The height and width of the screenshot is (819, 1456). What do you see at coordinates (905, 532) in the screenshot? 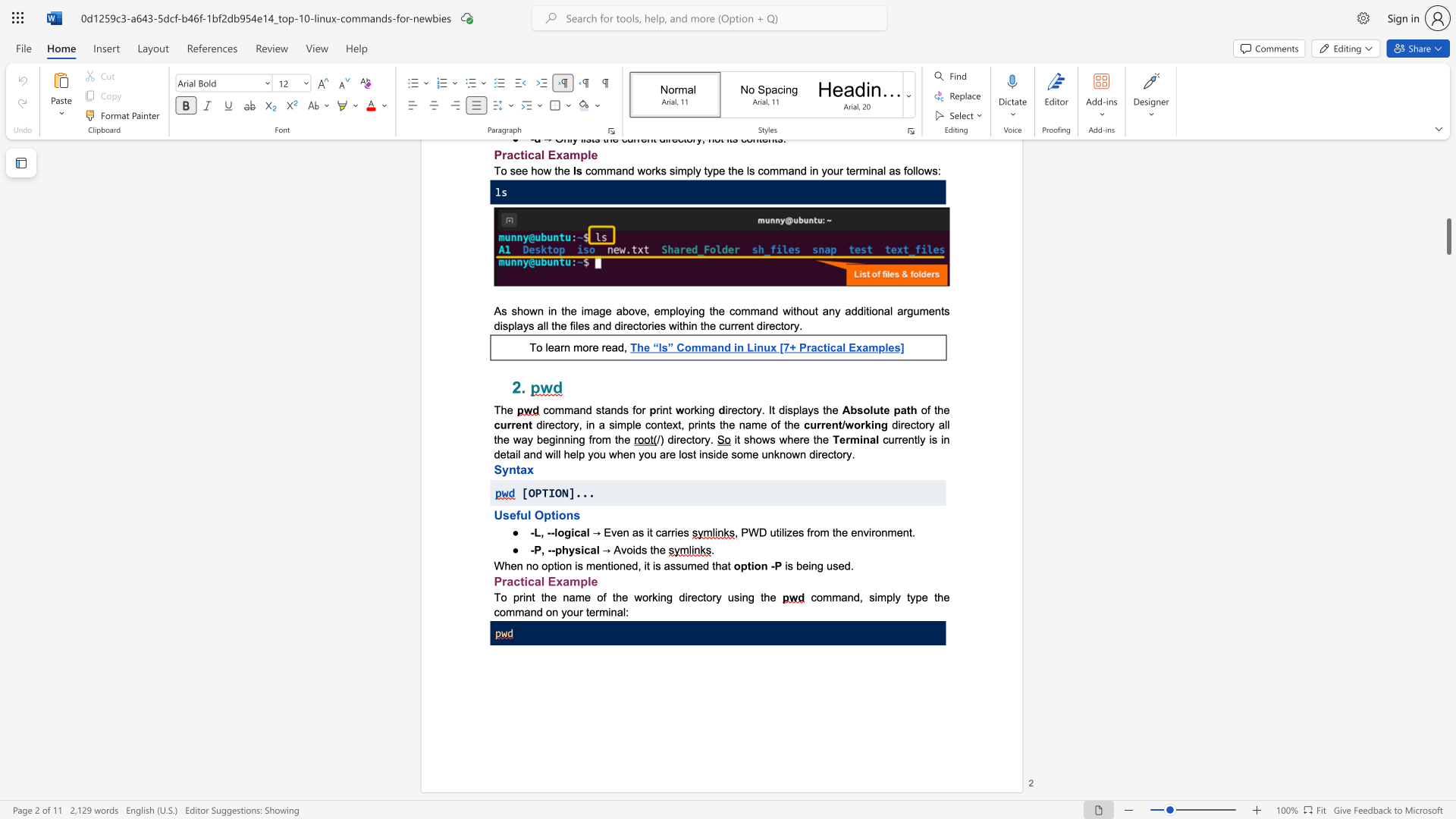
I see `the 3th character "n" in the text` at bounding box center [905, 532].